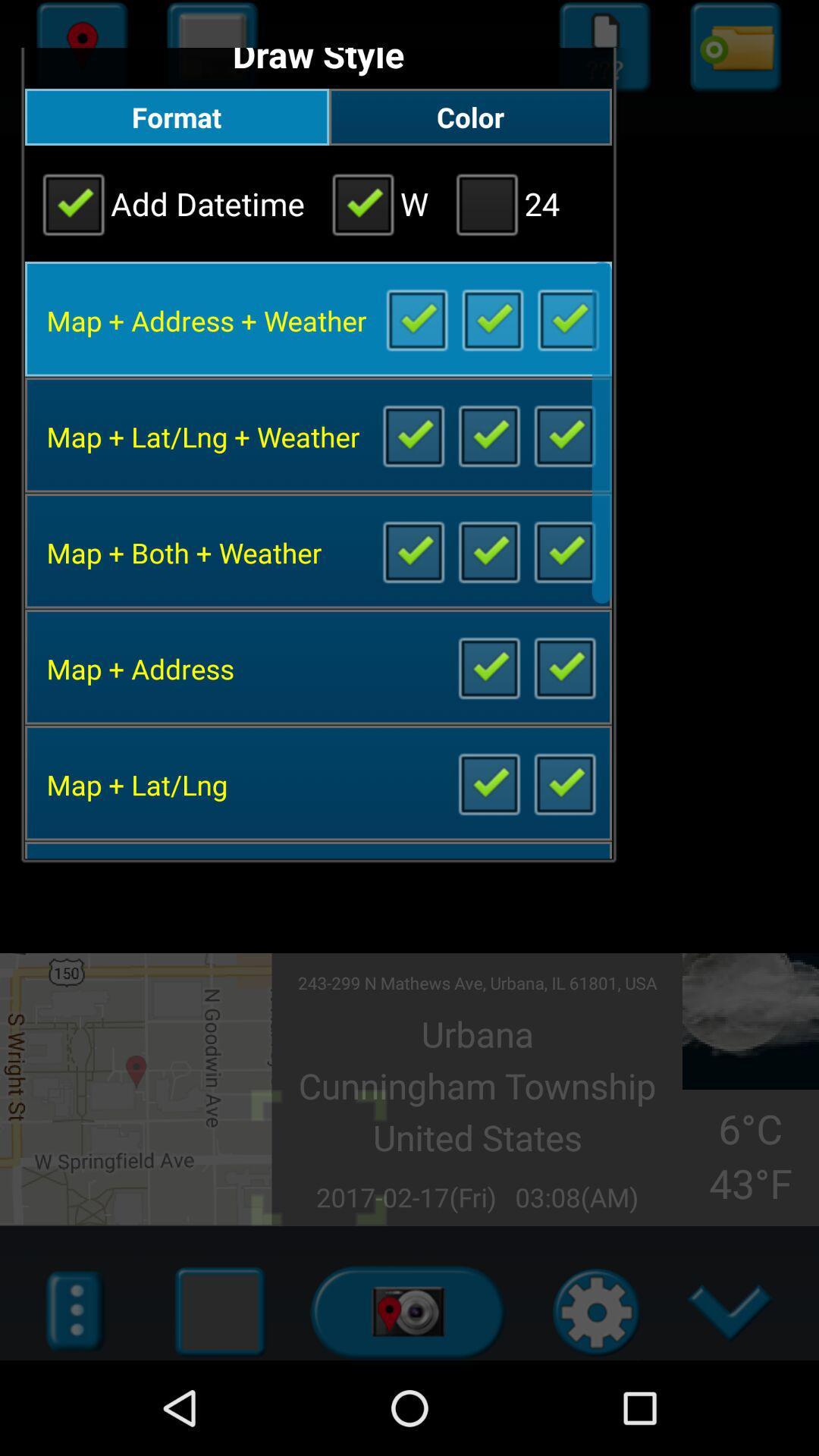  Describe the element at coordinates (564, 434) in the screenshot. I see `mark for activate` at that location.